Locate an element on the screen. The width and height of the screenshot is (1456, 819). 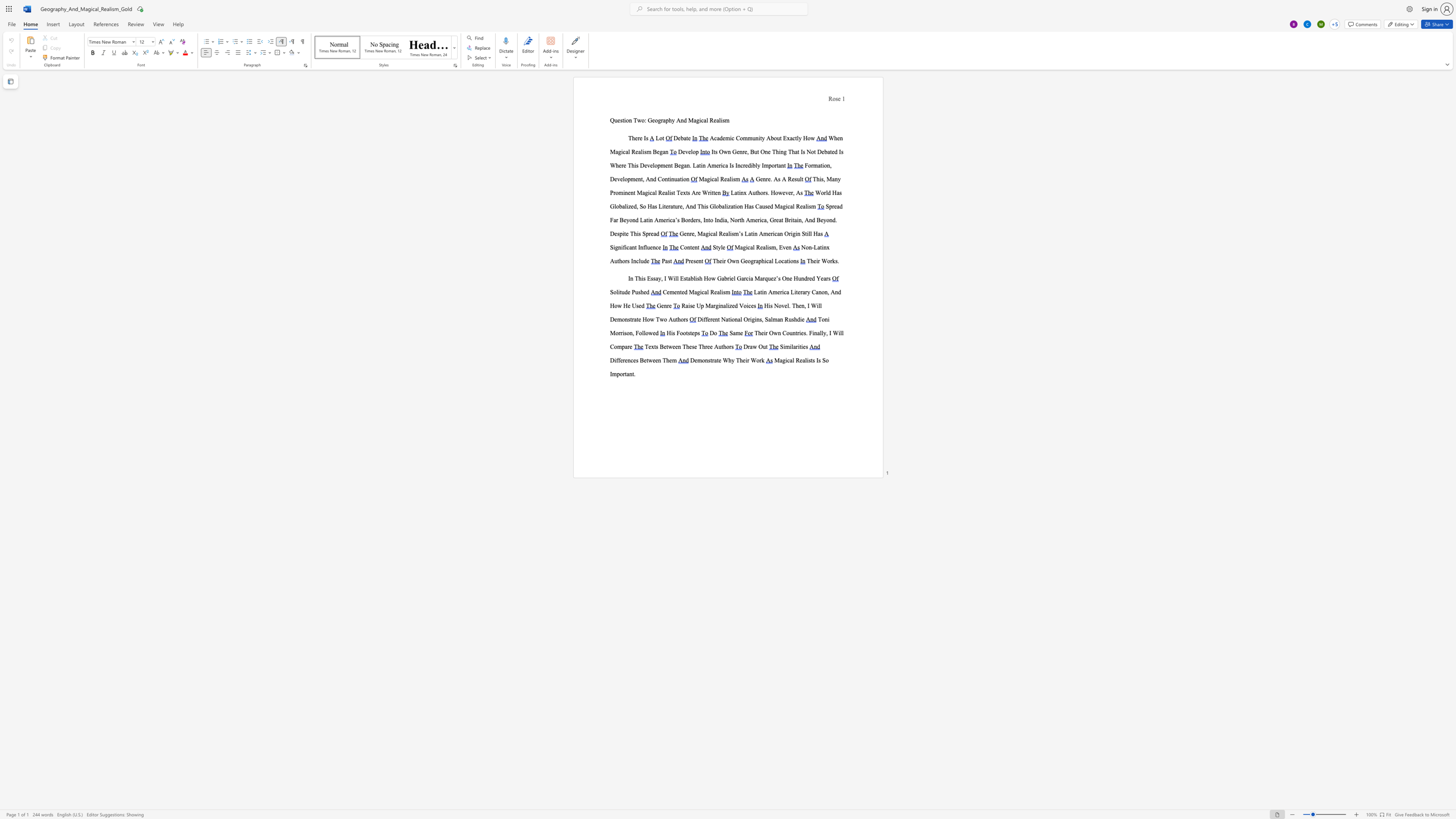
the 2th character "y" in the text is located at coordinates (824, 219).